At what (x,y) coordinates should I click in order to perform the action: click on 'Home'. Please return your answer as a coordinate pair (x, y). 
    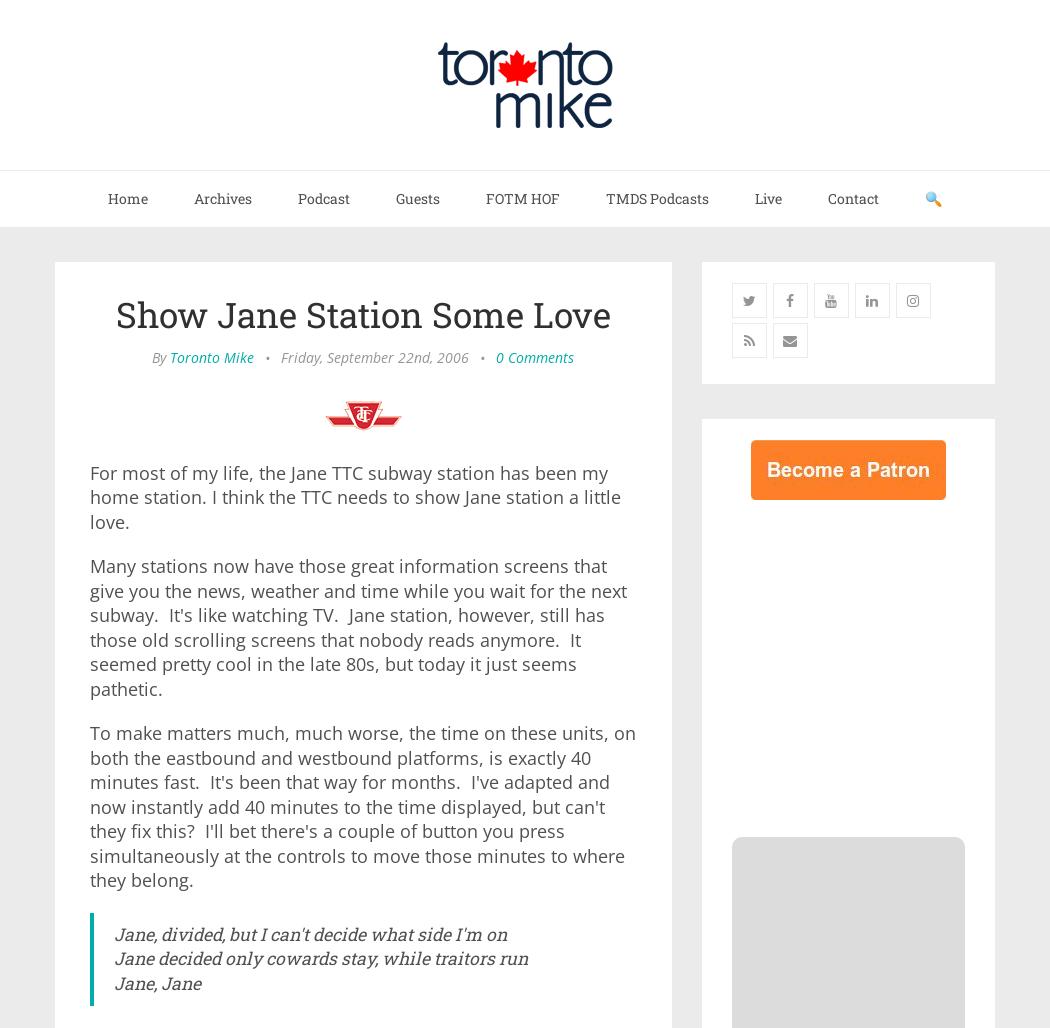
    Looking at the image, I should click on (126, 197).